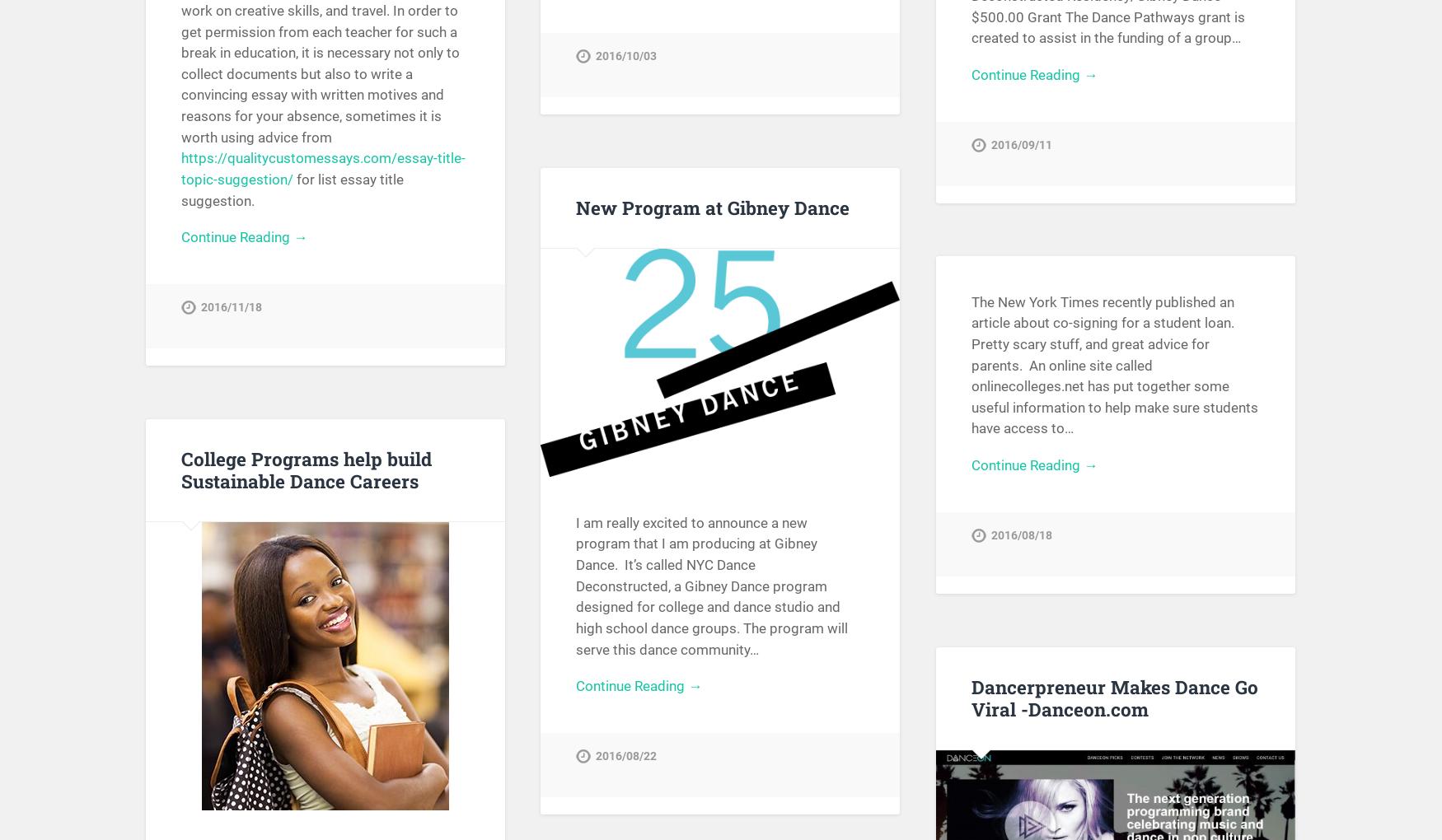 This screenshot has width=1442, height=840. I want to click on '2016/08/22', so click(625, 756).